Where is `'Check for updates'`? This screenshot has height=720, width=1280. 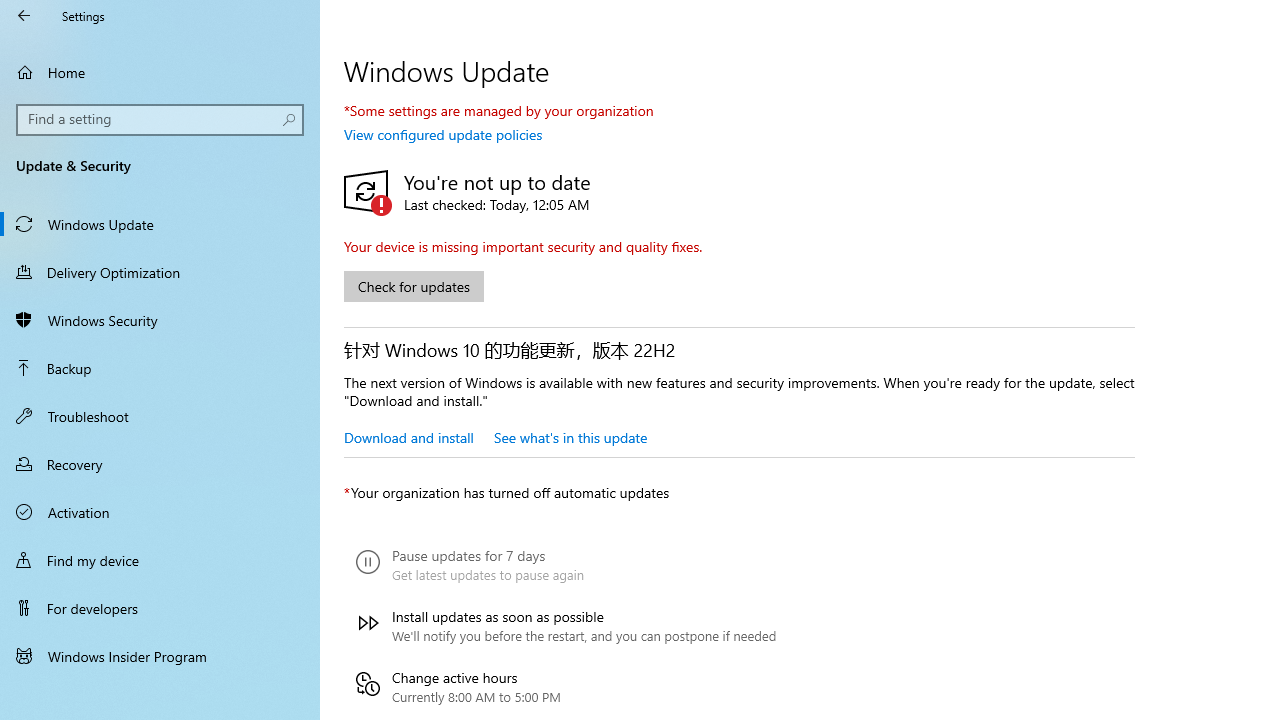 'Check for updates' is located at coordinates (413, 286).